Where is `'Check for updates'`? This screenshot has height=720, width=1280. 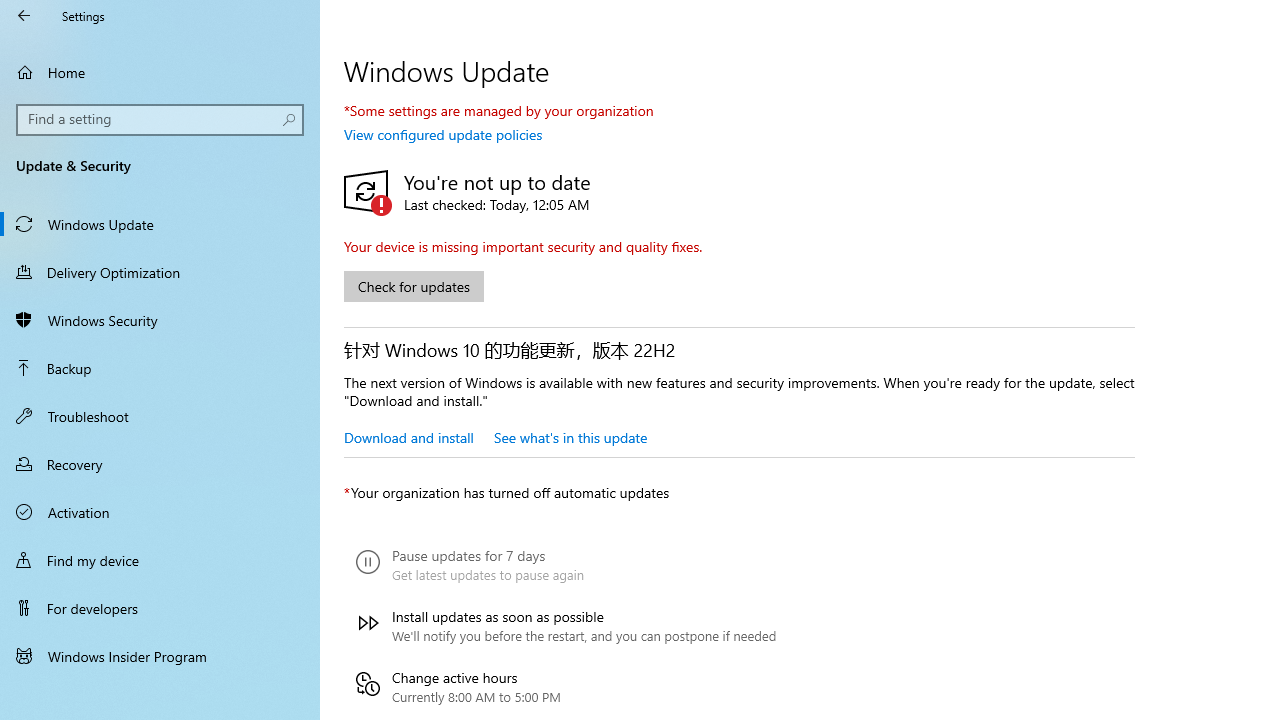 'Check for updates' is located at coordinates (413, 286).